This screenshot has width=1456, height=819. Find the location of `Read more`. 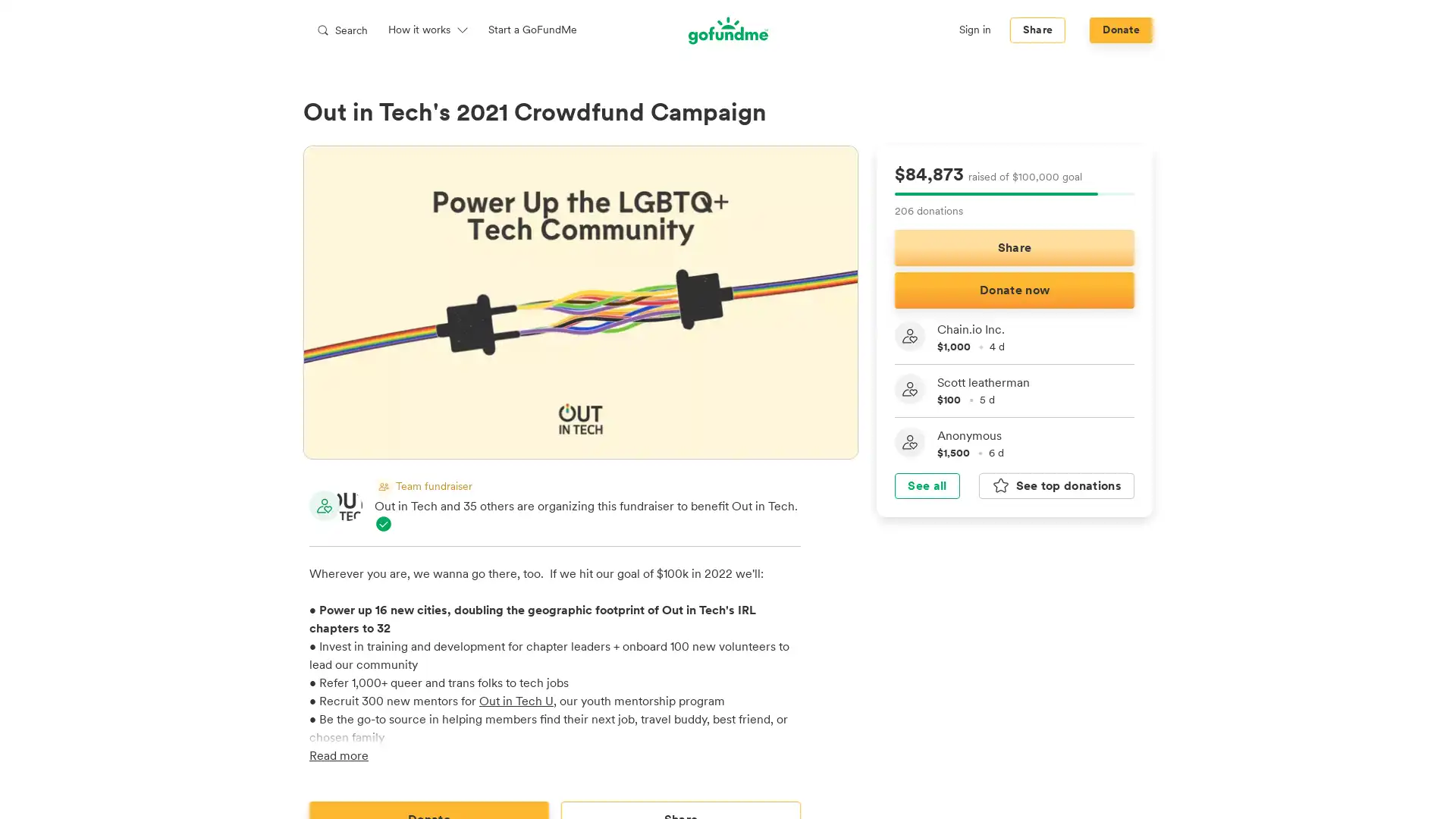

Read more is located at coordinates (337, 755).